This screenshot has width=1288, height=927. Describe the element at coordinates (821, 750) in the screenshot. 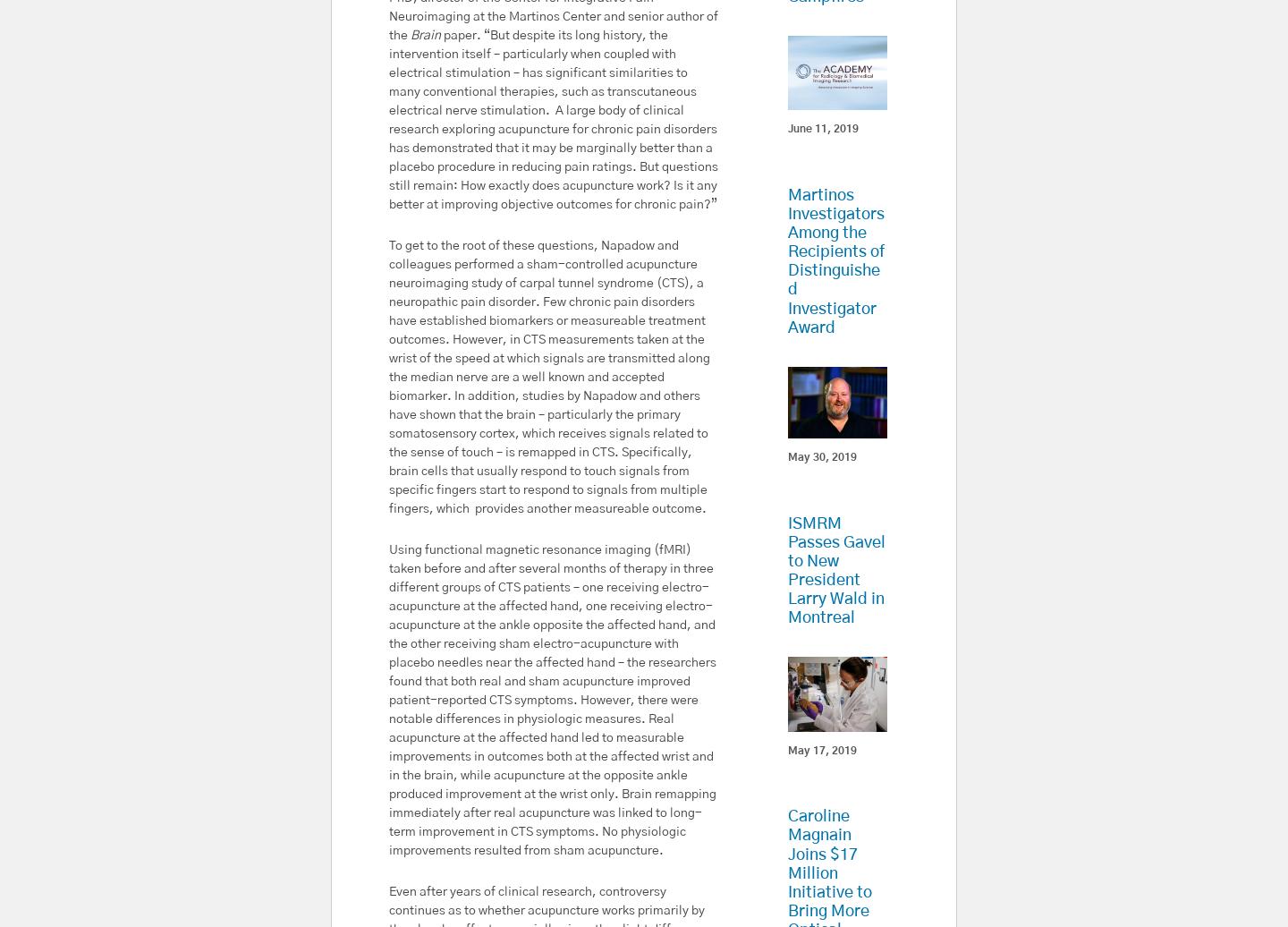

I see `'May 17, 2019'` at that location.